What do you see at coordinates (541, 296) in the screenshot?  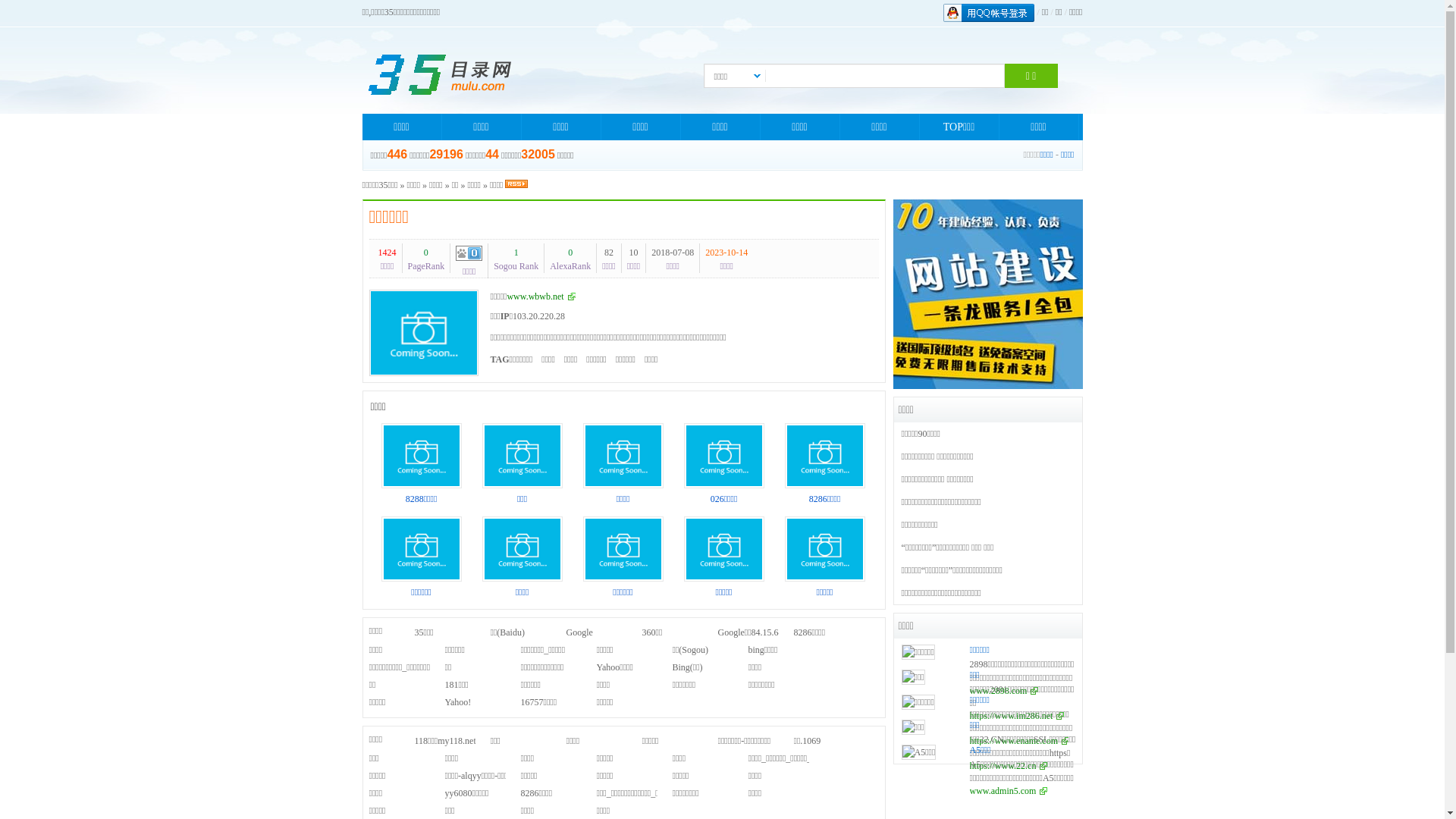 I see `'www.wbwb.net'` at bounding box center [541, 296].